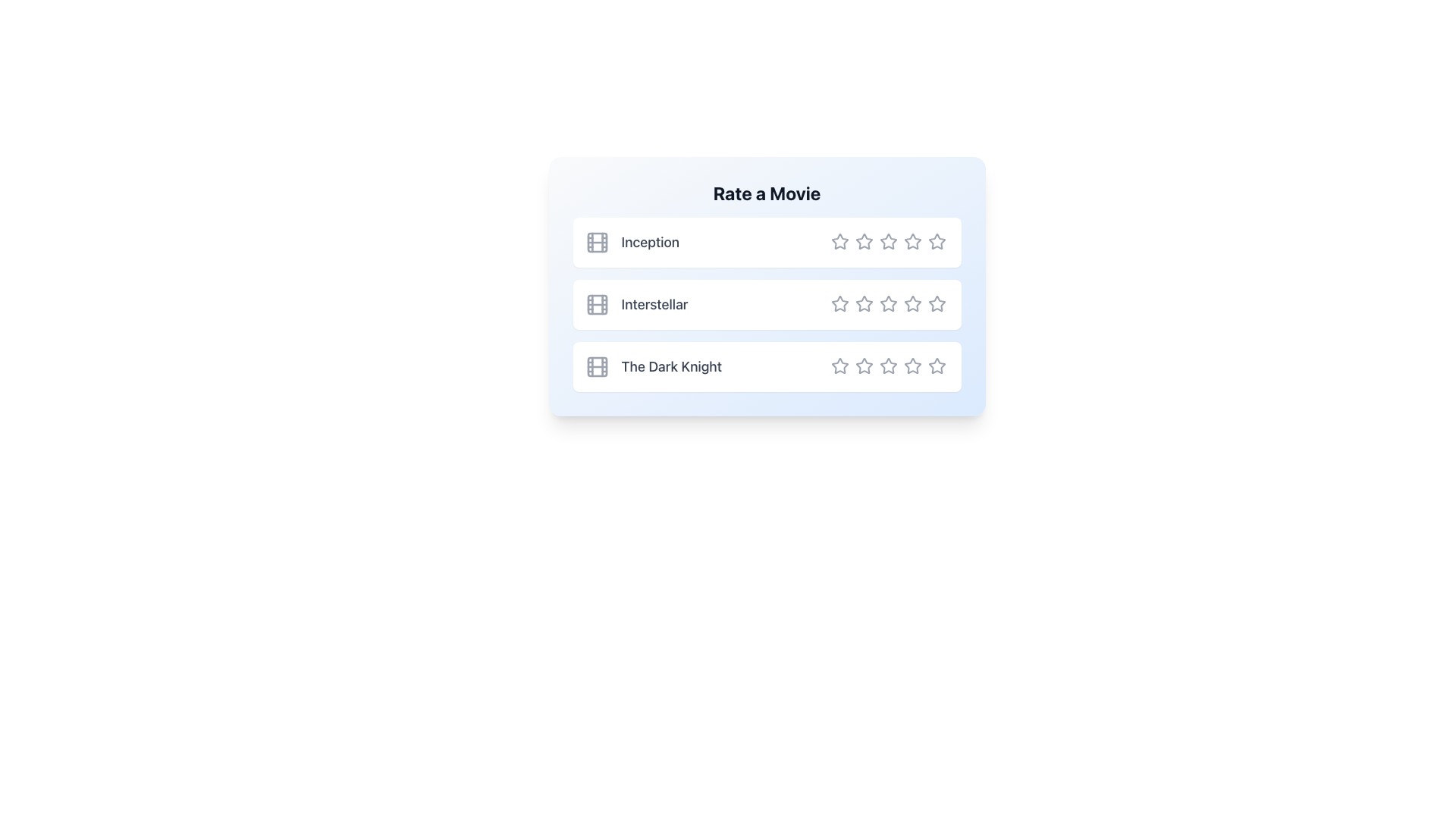  Describe the element at coordinates (864, 240) in the screenshot. I see `the second star-shaped icon in the rating system for the movie 'Inception'` at that location.